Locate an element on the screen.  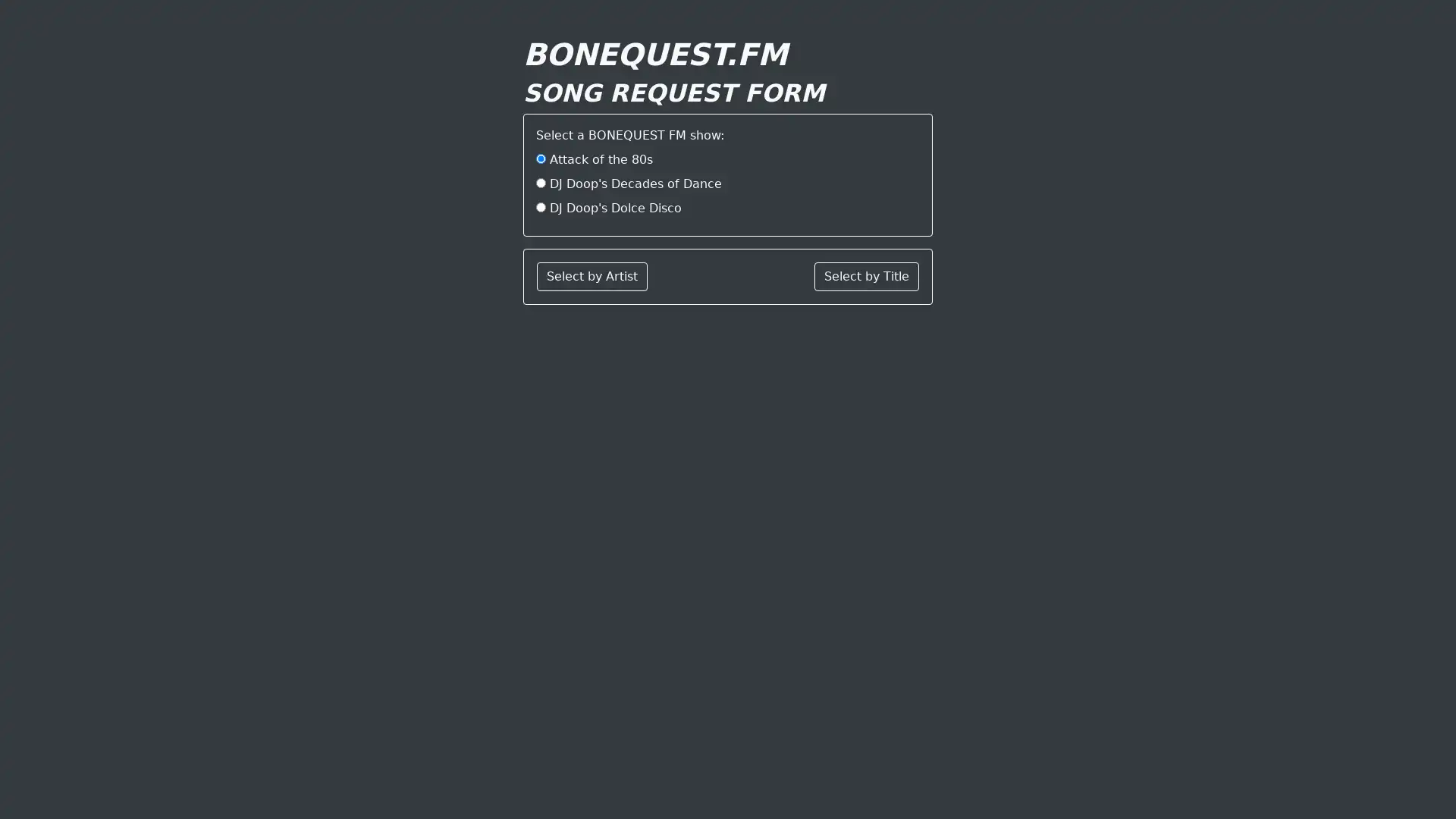
Select by Title is located at coordinates (866, 277).